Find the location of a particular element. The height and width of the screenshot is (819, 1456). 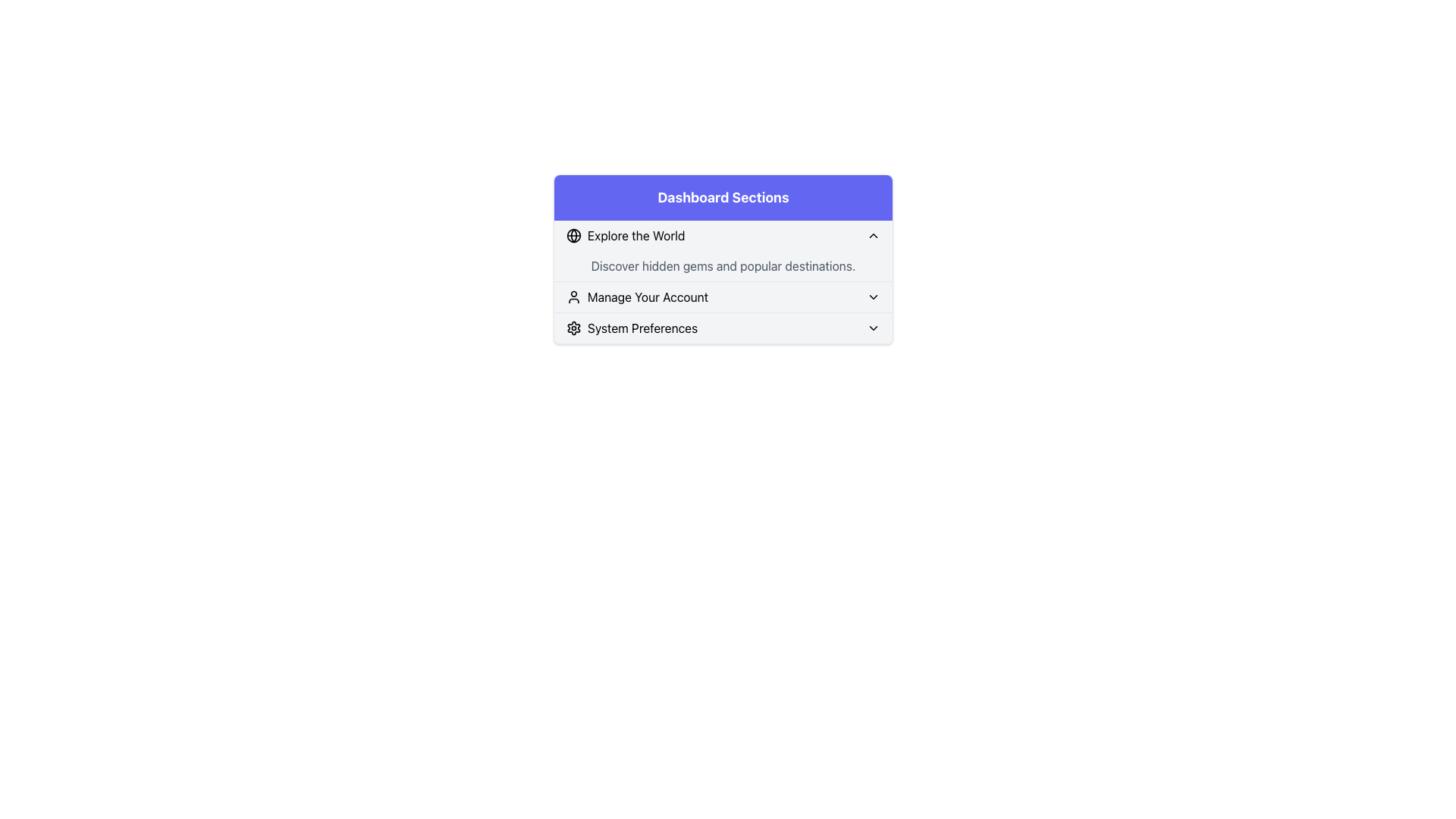

the descriptive text label under the 'Explore the World' section in the 'Dashboard Sections' panel is located at coordinates (723, 259).